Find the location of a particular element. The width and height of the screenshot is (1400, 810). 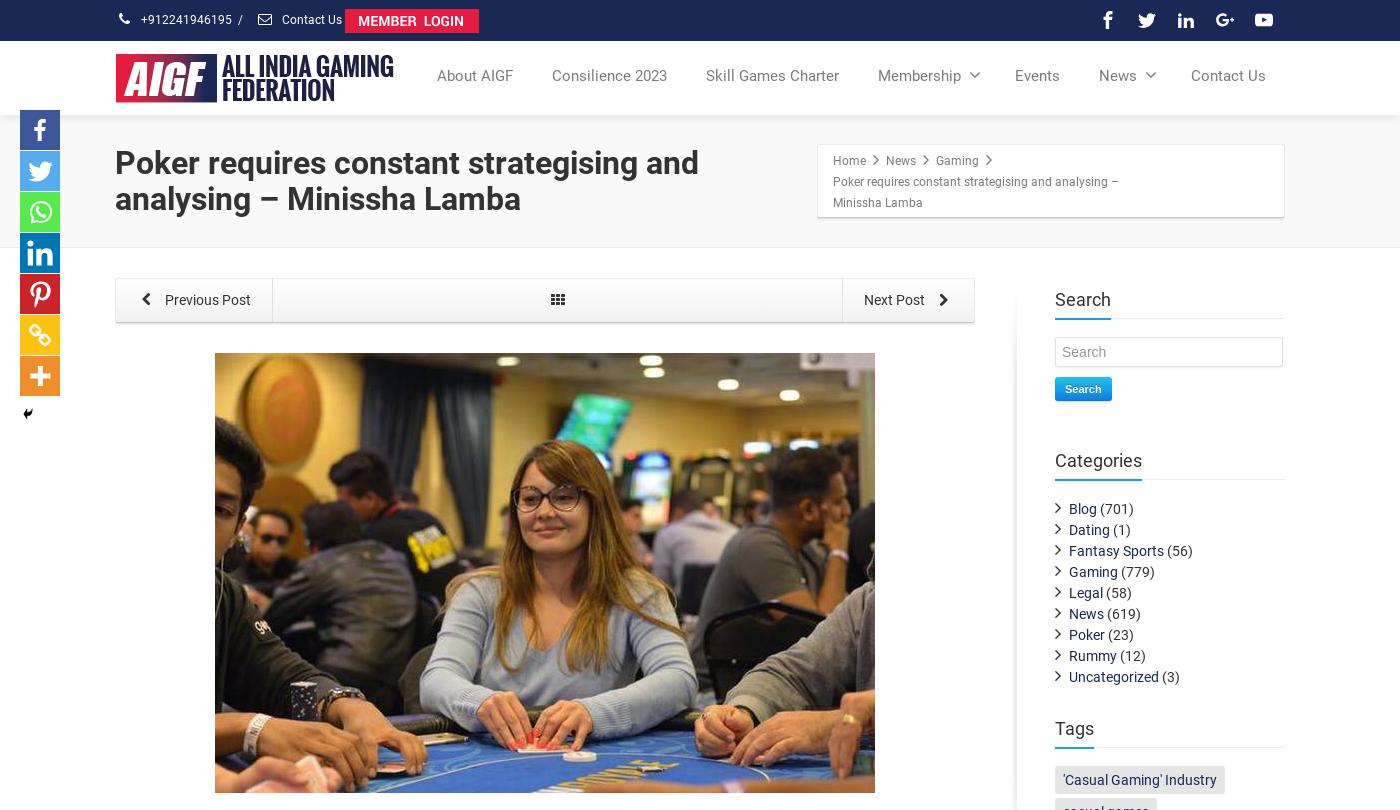

'Contact Us' is located at coordinates (1190, 75).